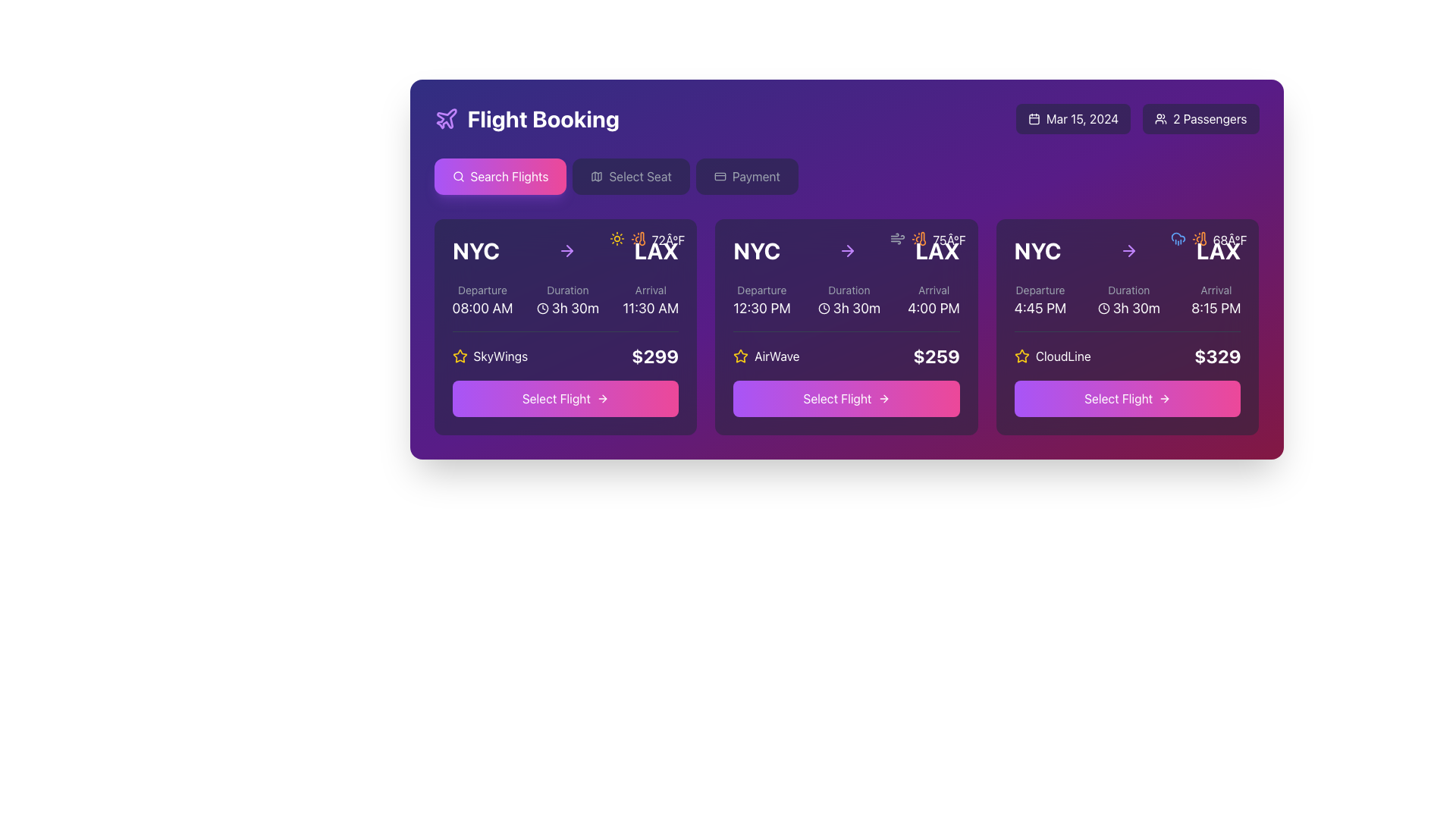 Image resolution: width=1456 pixels, height=819 pixels. I want to click on the 'Duration' label in small-sized gray font located on the third flight information card, positioned above the duration value '3h 30m', so click(1128, 290).